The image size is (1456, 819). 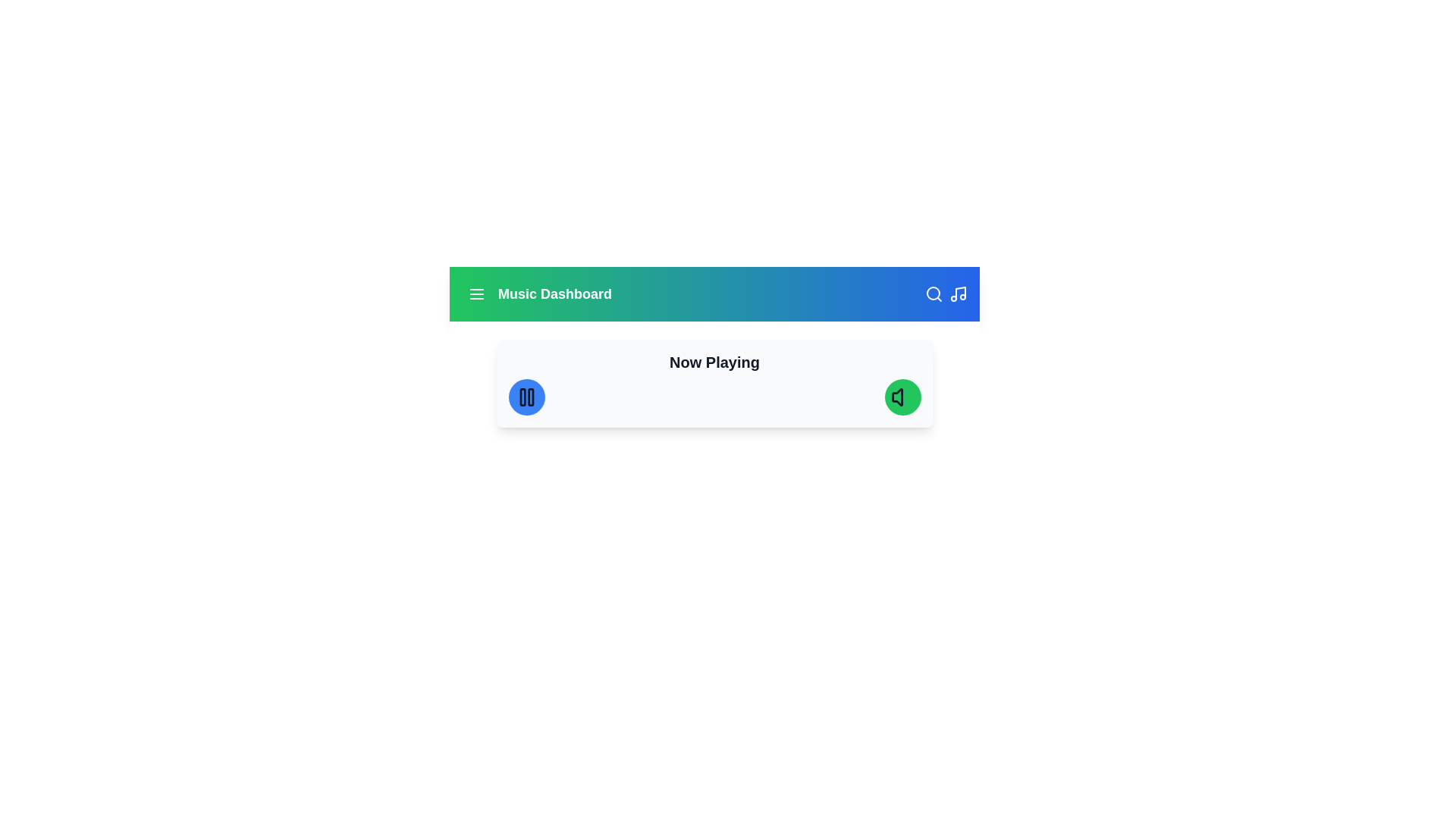 I want to click on play/pause button in the 'Now Playing' section, so click(x=526, y=397).